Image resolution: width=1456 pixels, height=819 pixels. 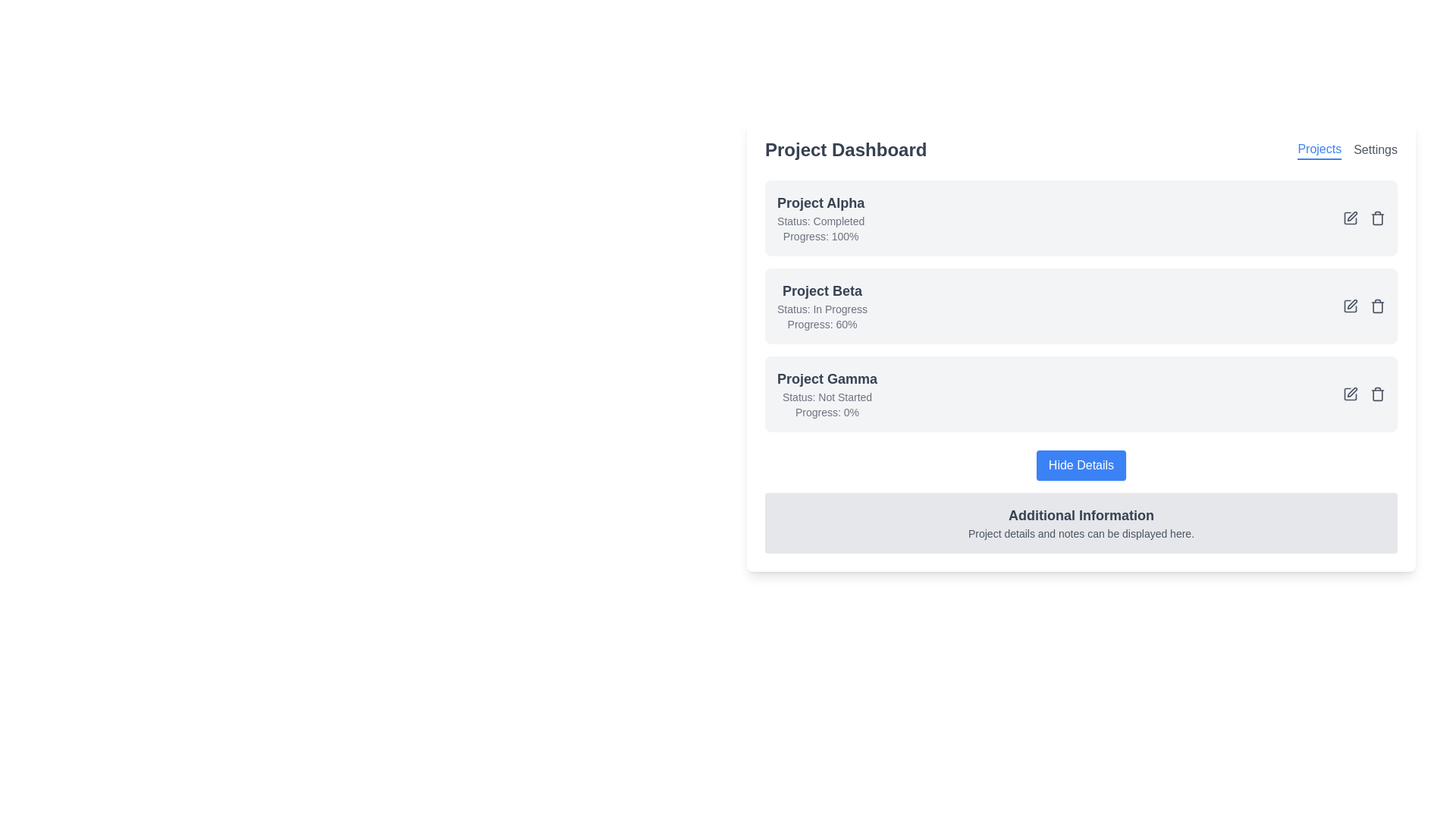 I want to click on status information from the text label displaying 'Status: Completed' in the 'Project Alpha' section of the Project Dashboard interface, so click(x=820, y=221).